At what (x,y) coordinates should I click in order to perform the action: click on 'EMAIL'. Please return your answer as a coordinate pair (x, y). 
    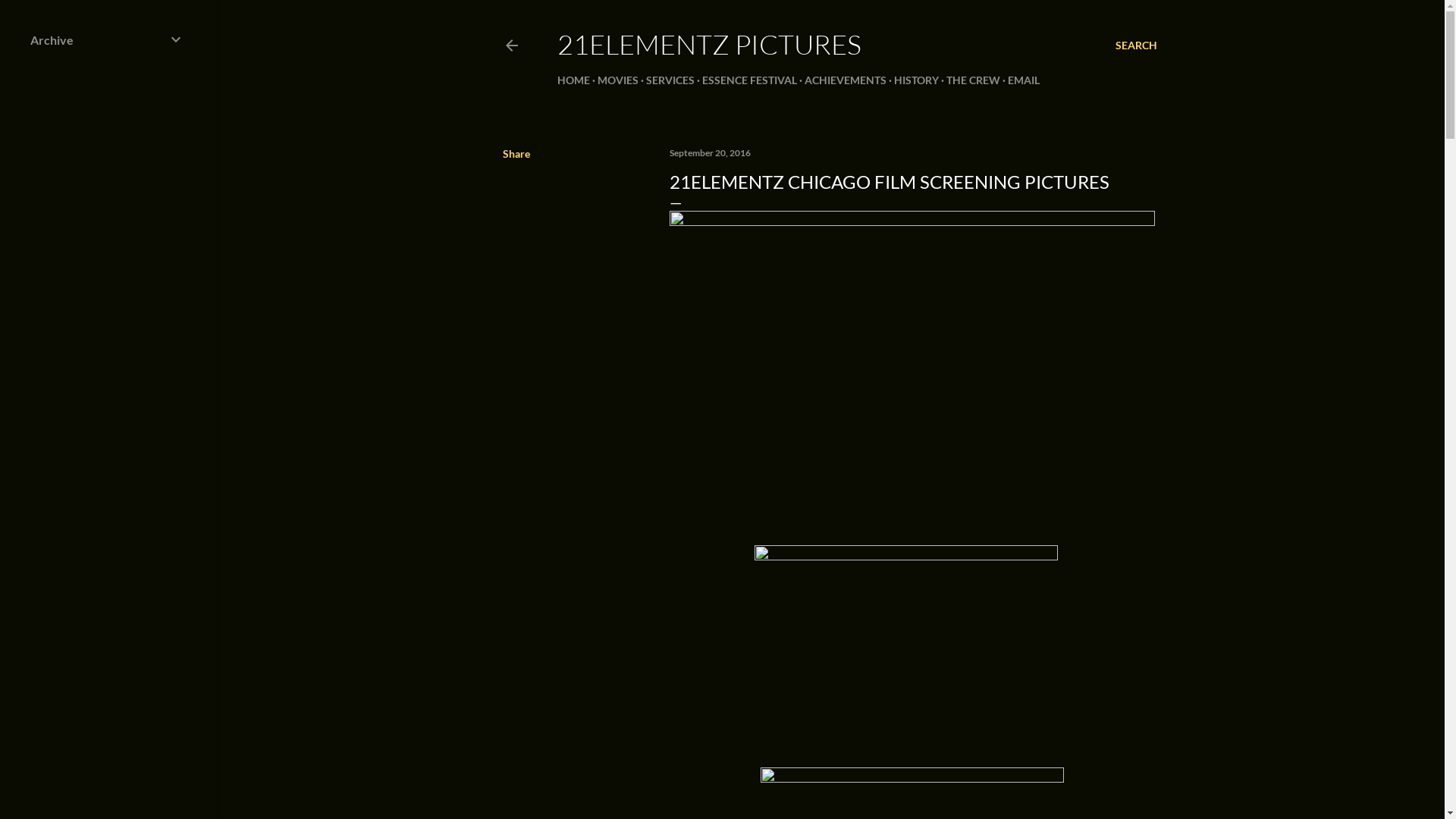
    Looking at the image, I should click on (1023, 80).